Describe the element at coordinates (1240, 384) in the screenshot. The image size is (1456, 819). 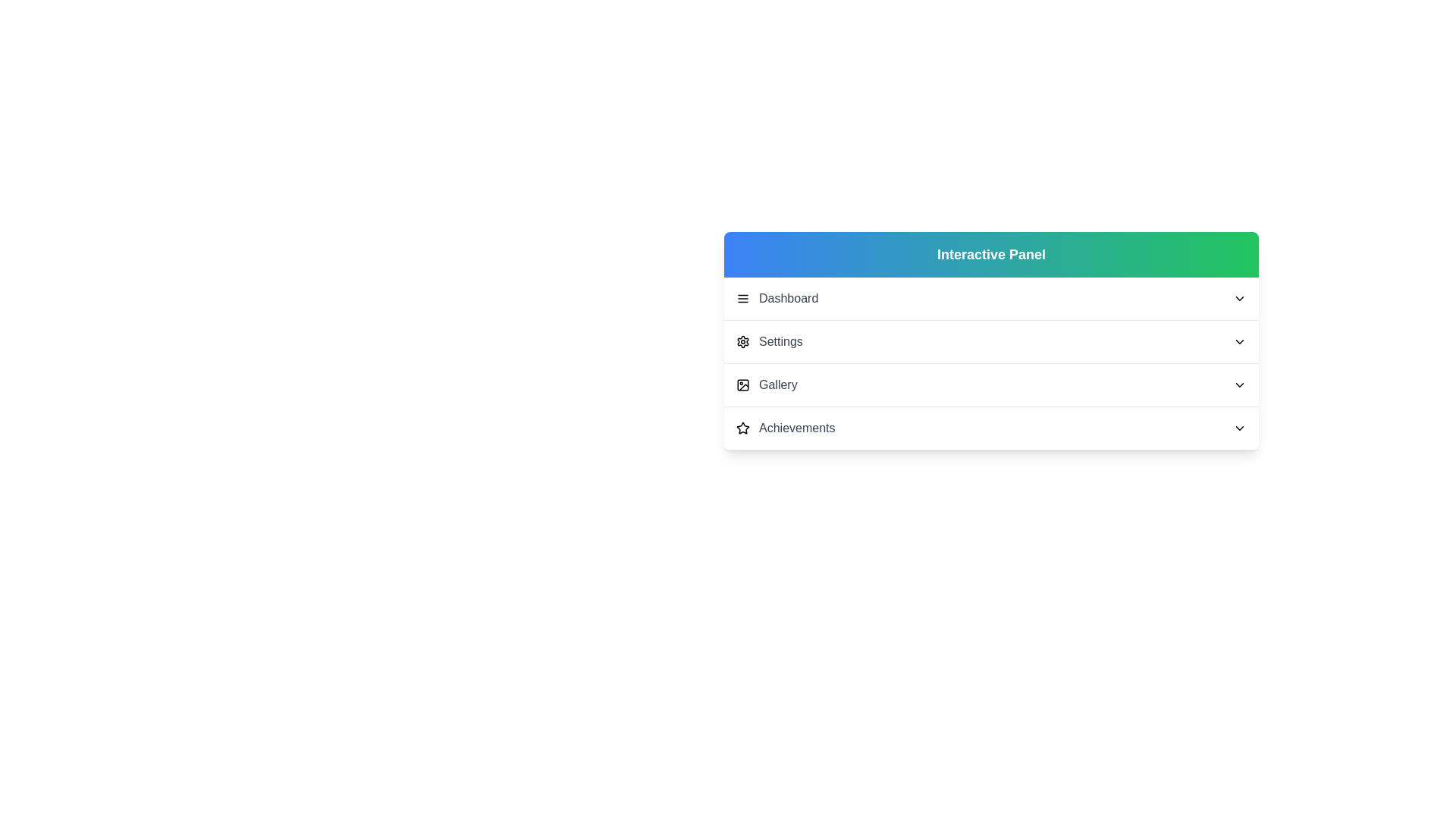
I see `the chevron-down icon located on the right side of the 'Gallery' section` at that location.